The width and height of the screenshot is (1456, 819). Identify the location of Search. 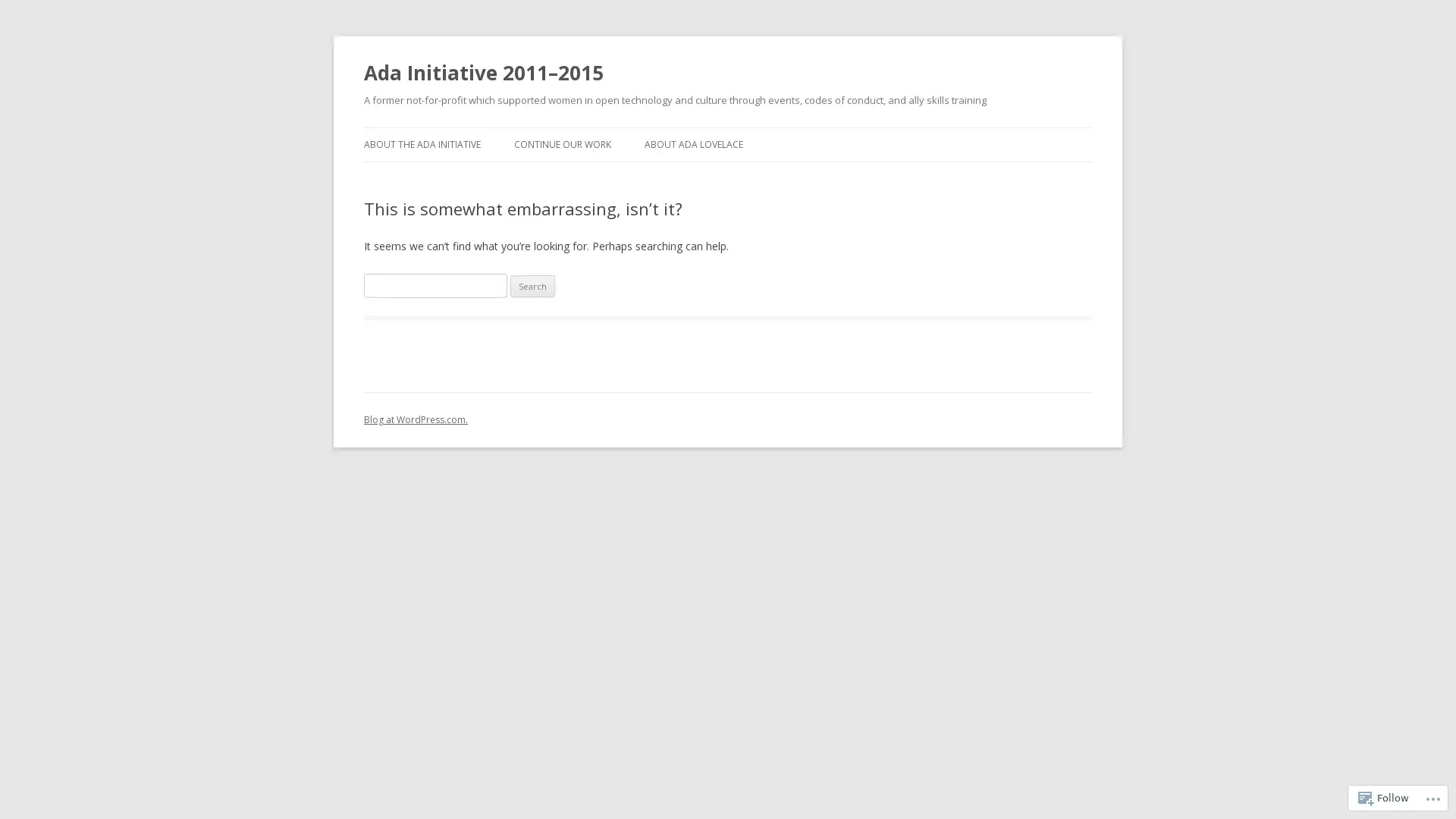
(532, 286).